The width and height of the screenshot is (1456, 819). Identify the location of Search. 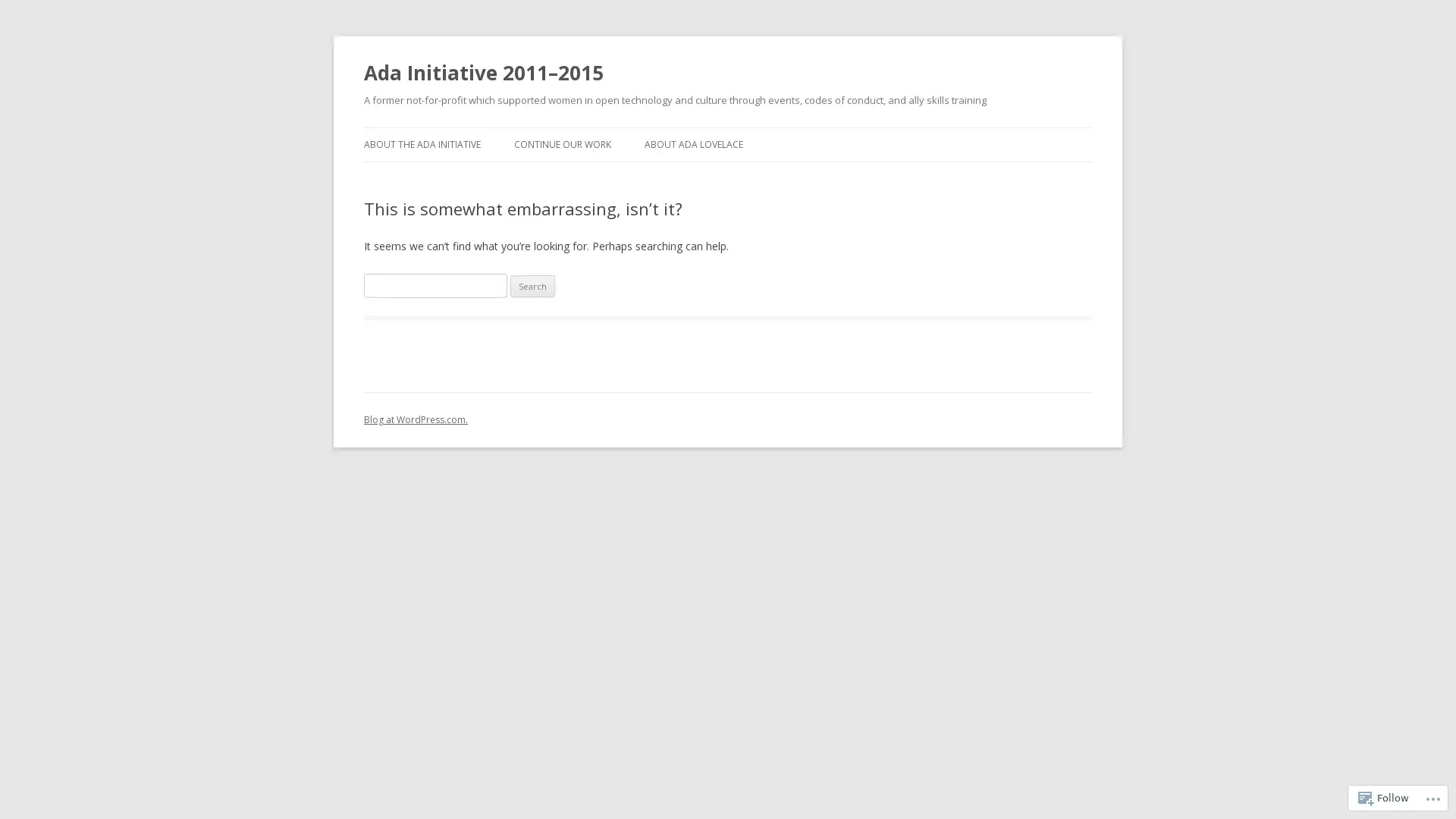
(532, 286).